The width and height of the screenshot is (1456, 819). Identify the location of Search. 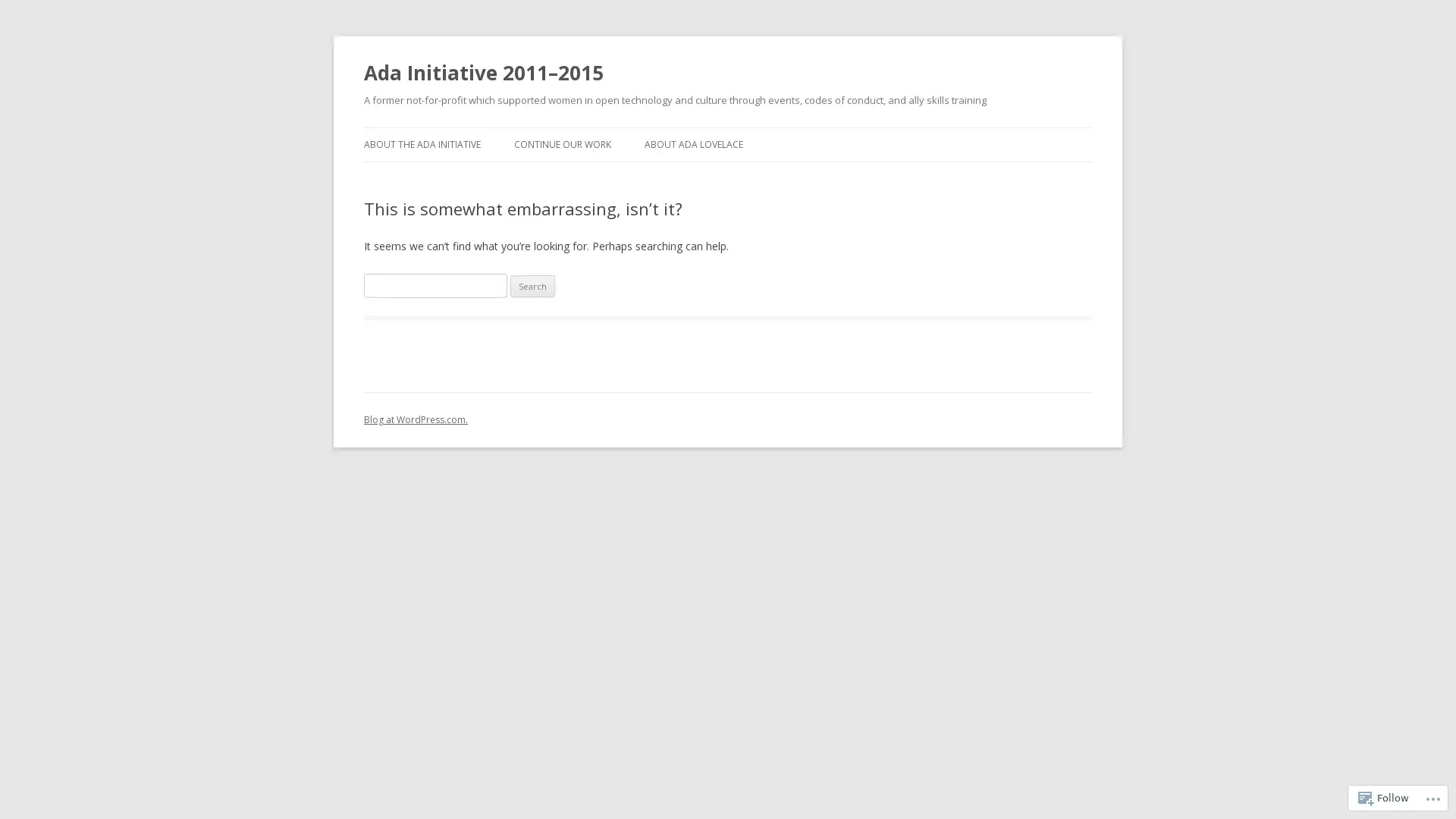
(532, 286).